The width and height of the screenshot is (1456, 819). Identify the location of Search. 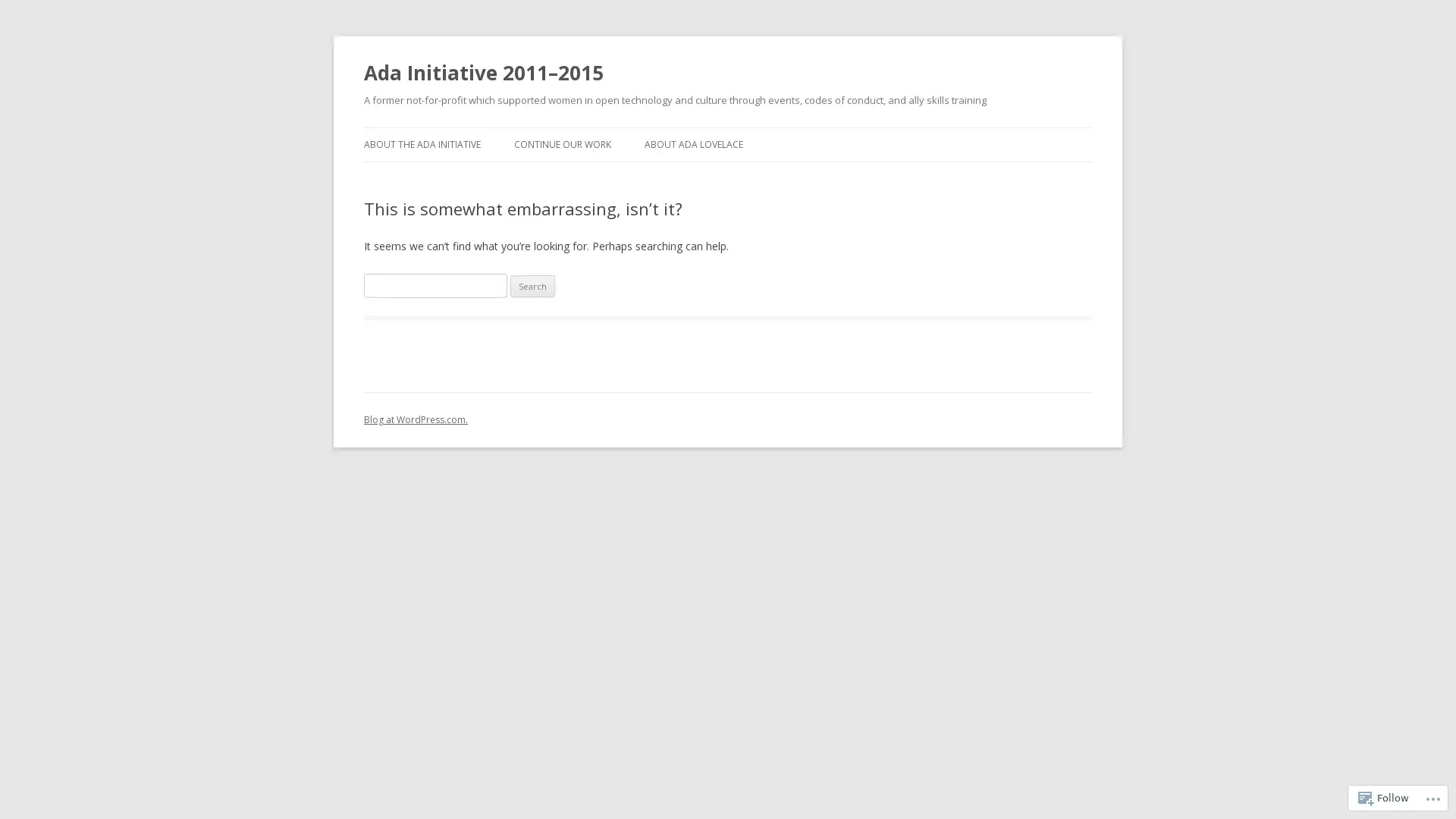
(532, 286).